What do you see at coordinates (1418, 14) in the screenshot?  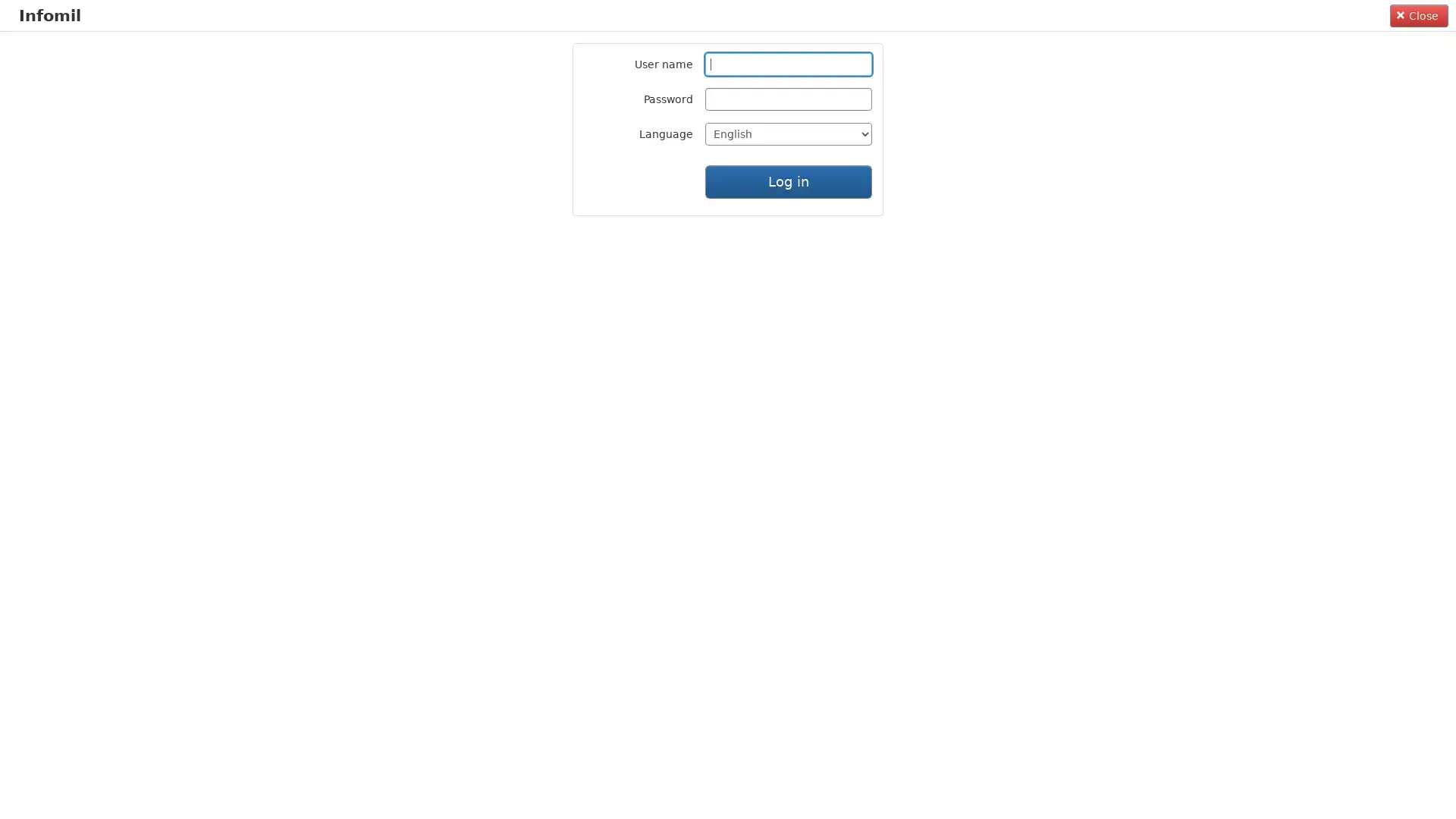 I see `Close` at bounding box center [1418, 14].